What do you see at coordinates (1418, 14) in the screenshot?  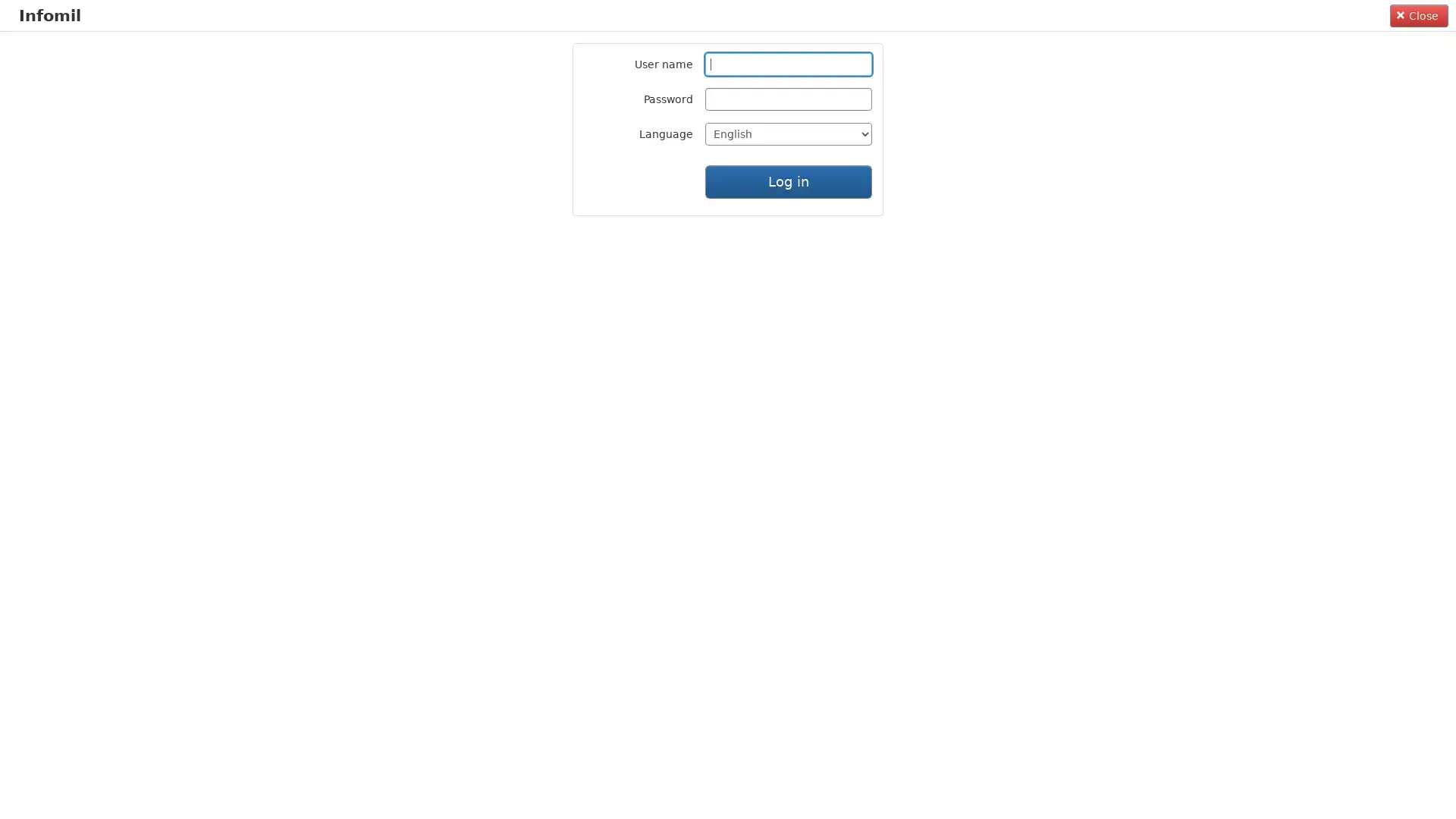 I see `Close` at bounding box center [1418, 14].